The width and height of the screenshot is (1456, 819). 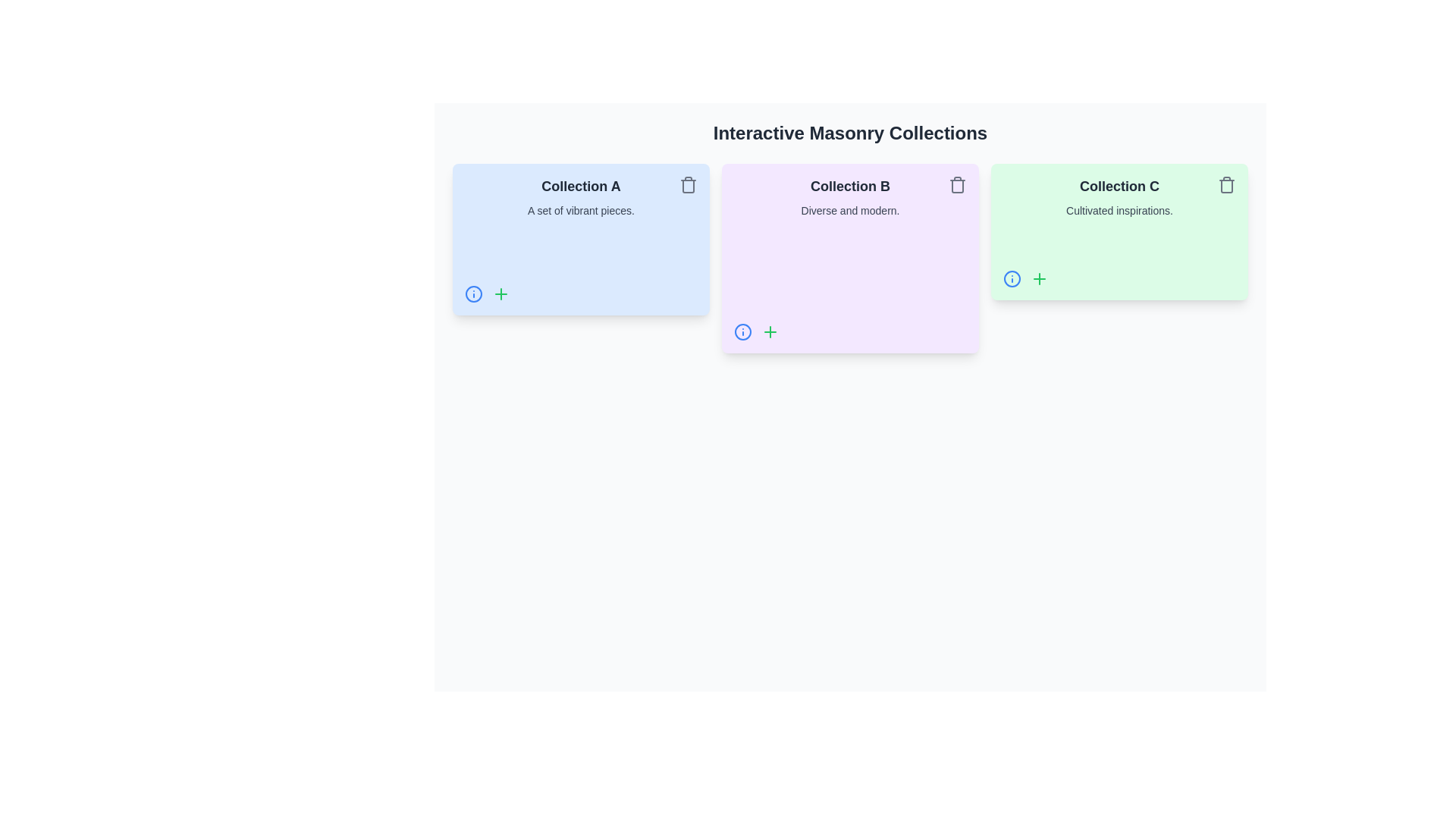 What do you see at coordinates (580, 186) in the screenshot?
I see `the text label reading 'Collection A', which is styled in bold dark gray and positioned at the top of the leftmost blue card` at bounding box center [580, 186].